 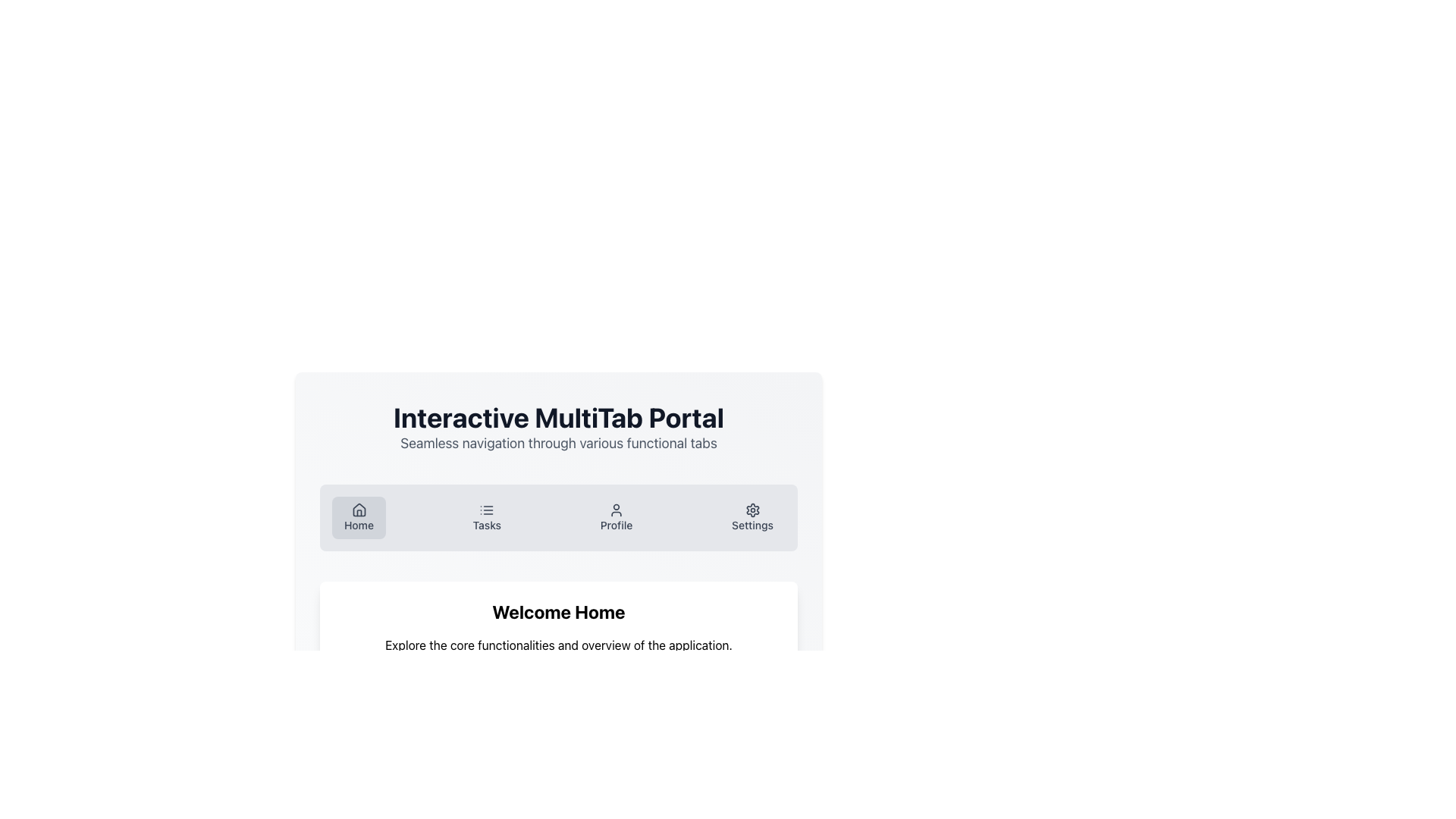 I want to click on the 'Tasks' navigation button located, so click(x=487, y=516).